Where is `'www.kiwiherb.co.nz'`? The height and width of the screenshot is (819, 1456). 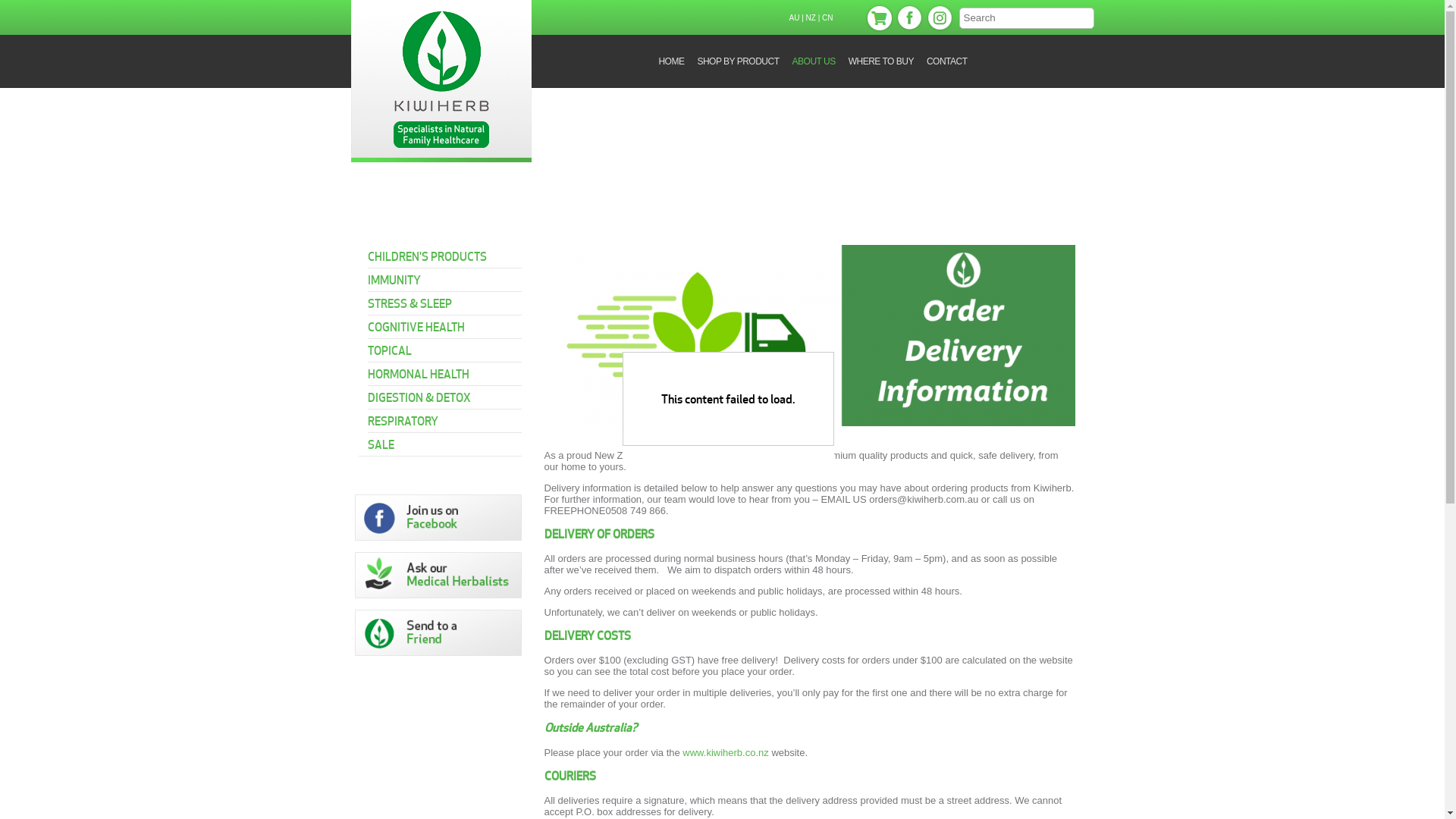
'www.kiwiherb.co.nz' is located at coordinates (724, 752).